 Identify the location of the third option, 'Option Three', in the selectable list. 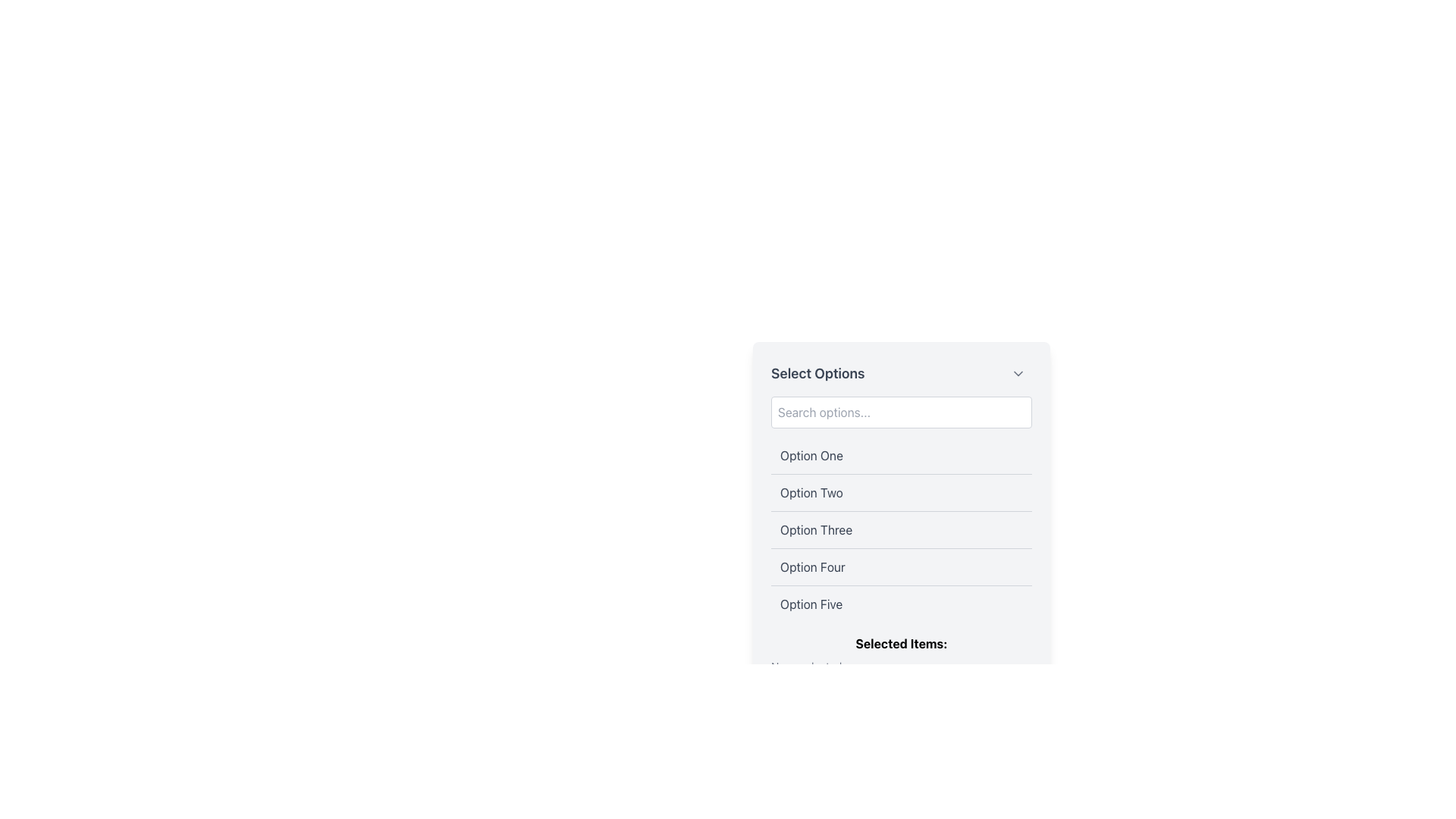
(902, 529).